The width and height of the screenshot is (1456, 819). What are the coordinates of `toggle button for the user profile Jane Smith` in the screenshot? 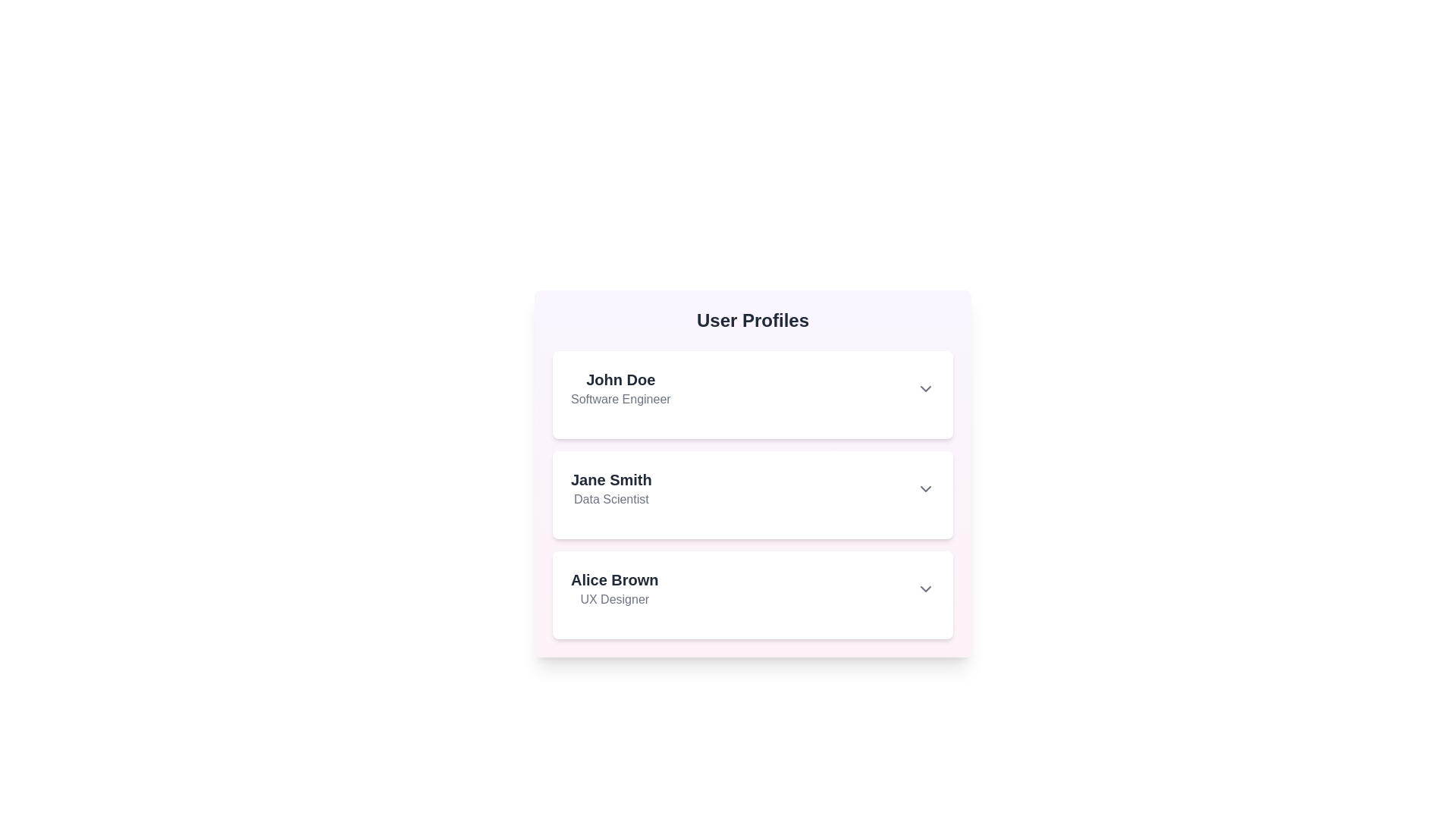 It's located at (924, 488).